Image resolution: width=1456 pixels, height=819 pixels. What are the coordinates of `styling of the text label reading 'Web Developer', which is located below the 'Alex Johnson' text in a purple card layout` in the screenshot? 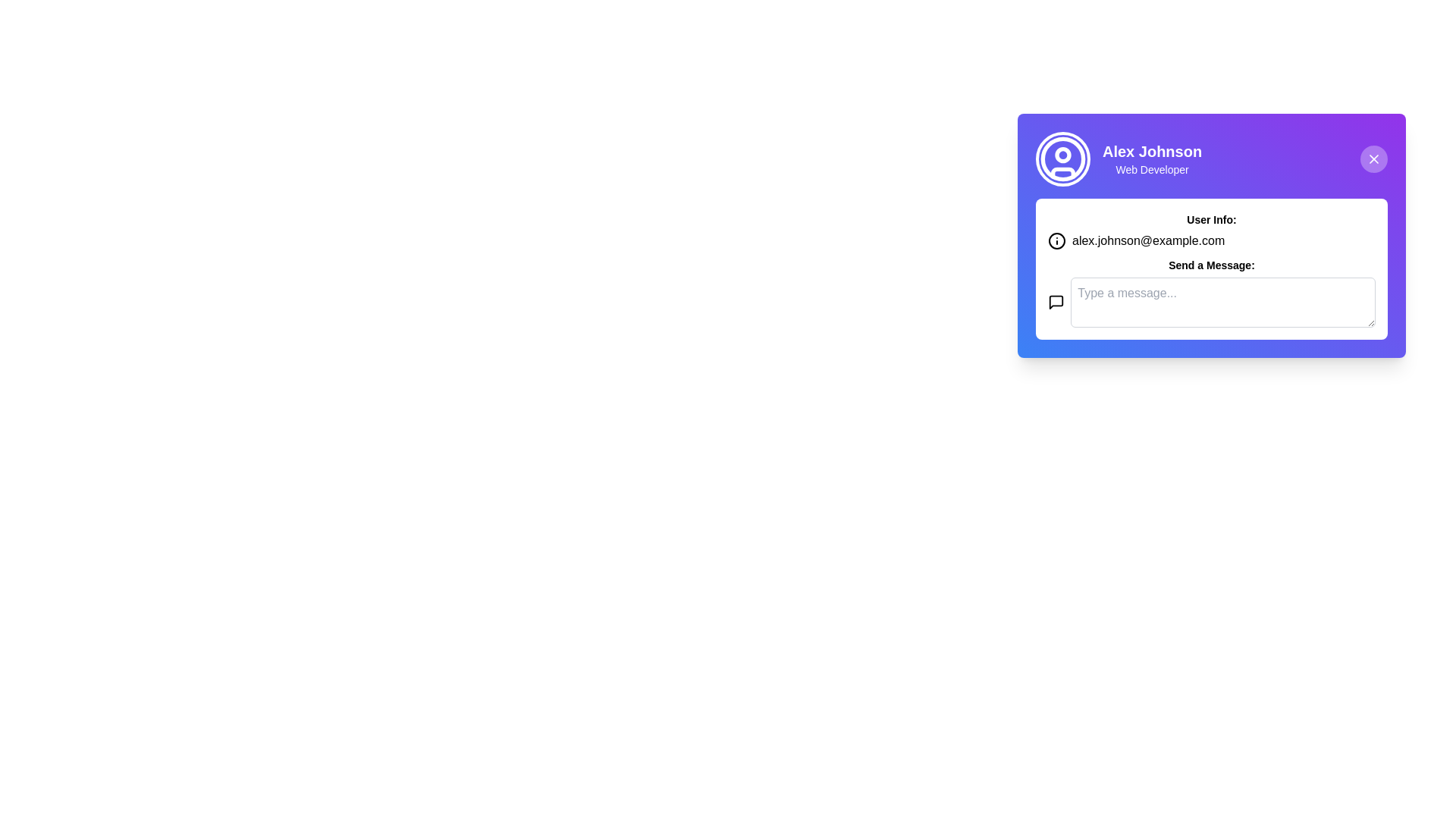 It's located at (1152, 169).